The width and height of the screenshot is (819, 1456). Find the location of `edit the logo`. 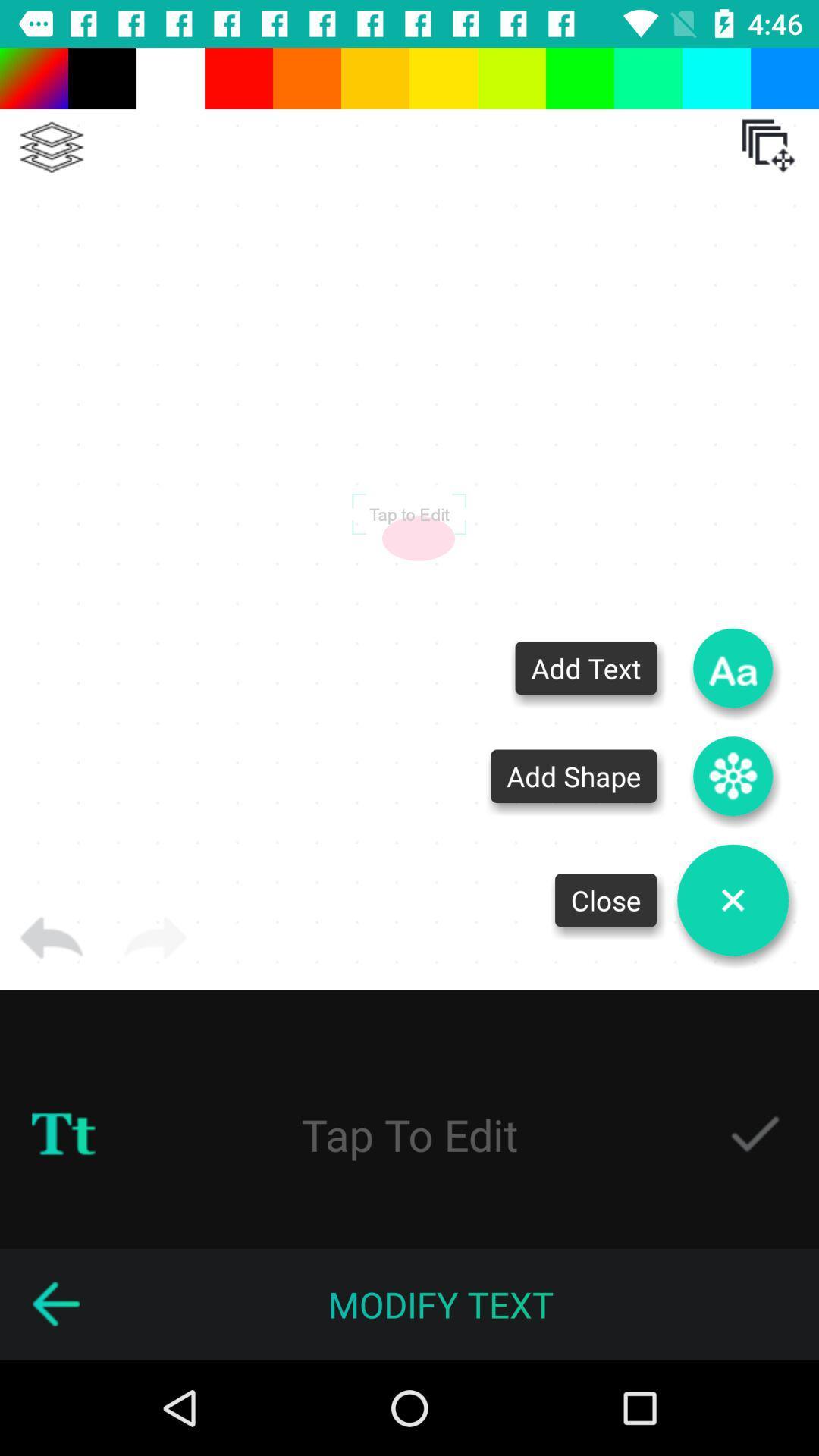

edit the logo is located at coordinates (409, 1134).